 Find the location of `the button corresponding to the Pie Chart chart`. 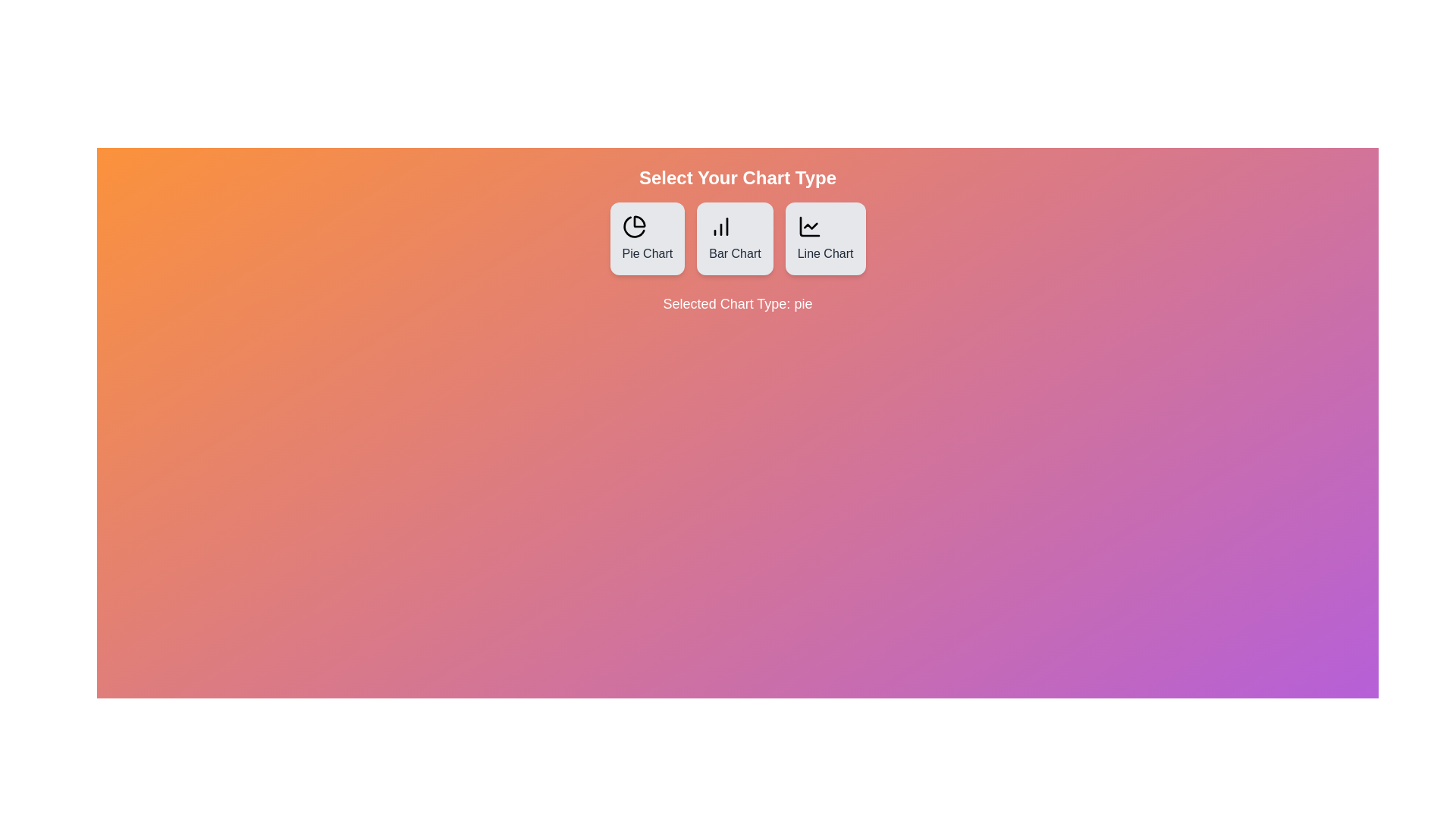

the button corresponding to the Pie Chart chart is located at coordinates (647, 239).